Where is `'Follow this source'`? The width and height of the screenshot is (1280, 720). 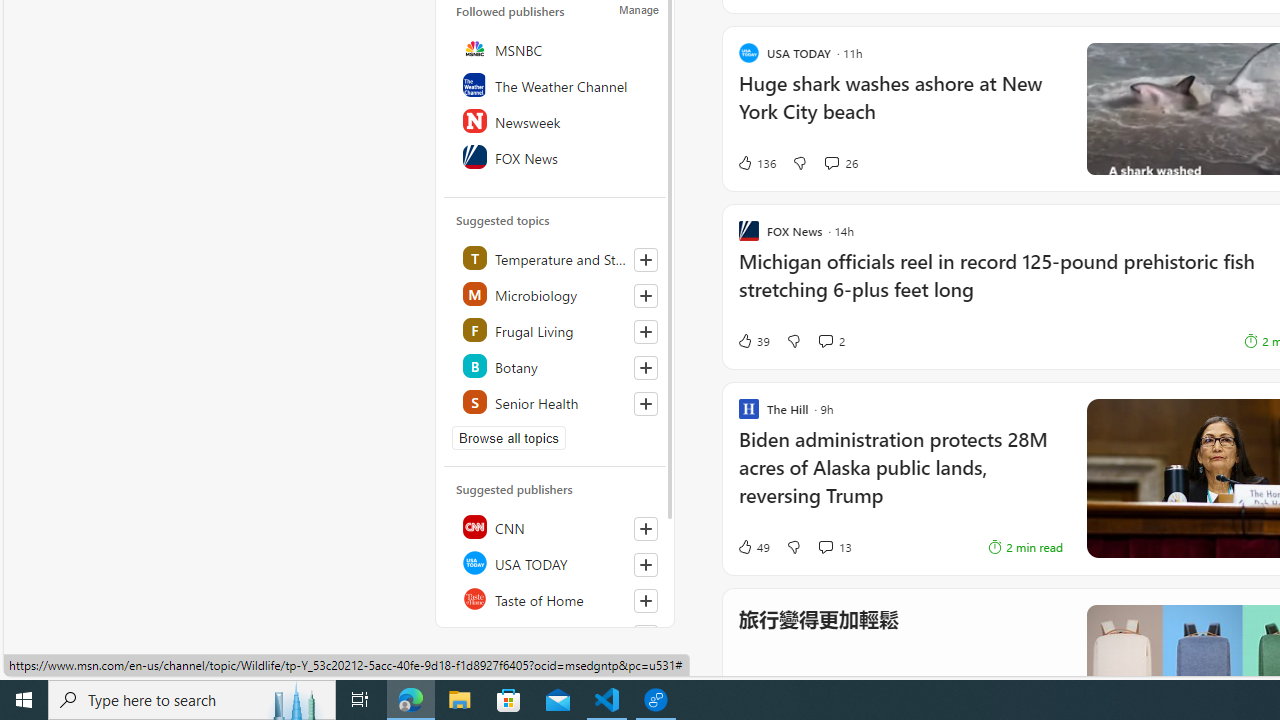
'Follow this source' is located at coordinates (645, 636).